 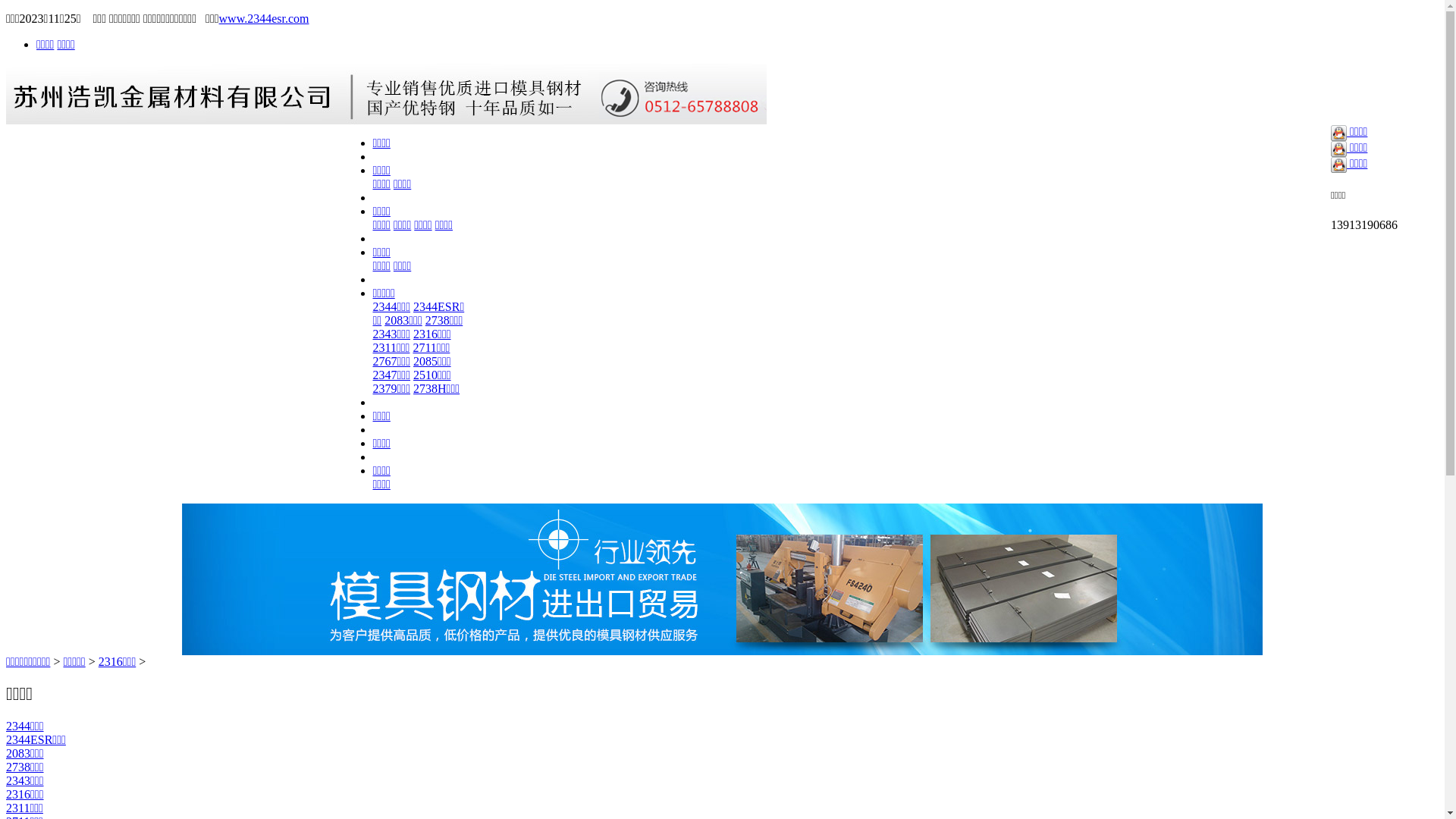 I want to click on 'www.2344esr.com', so click(x=264, y=18).